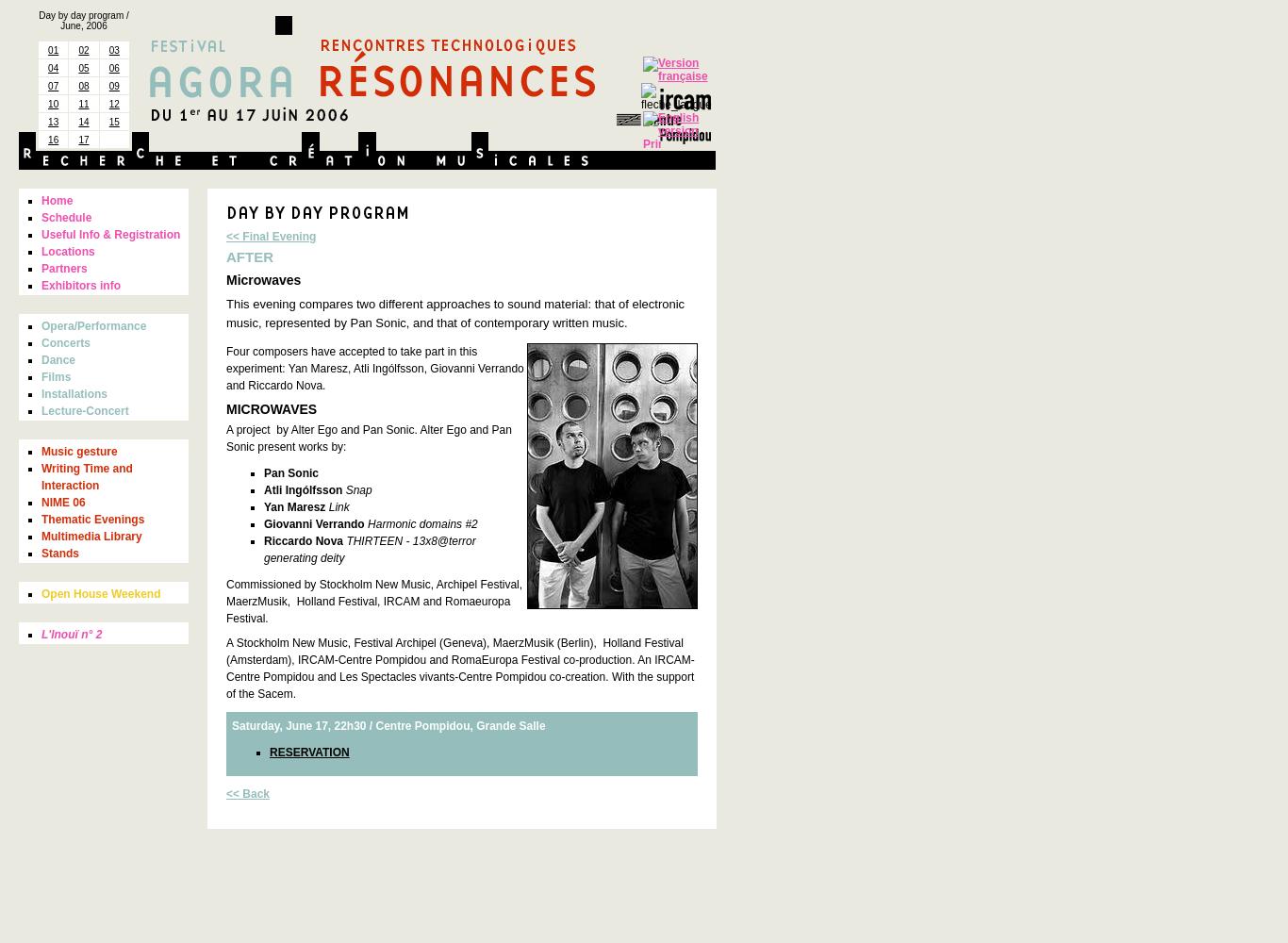  What do you see at coordinates (271, 409) in the screenshot?
I see `'MICROWAVES'` at bounding box center [271, 409].